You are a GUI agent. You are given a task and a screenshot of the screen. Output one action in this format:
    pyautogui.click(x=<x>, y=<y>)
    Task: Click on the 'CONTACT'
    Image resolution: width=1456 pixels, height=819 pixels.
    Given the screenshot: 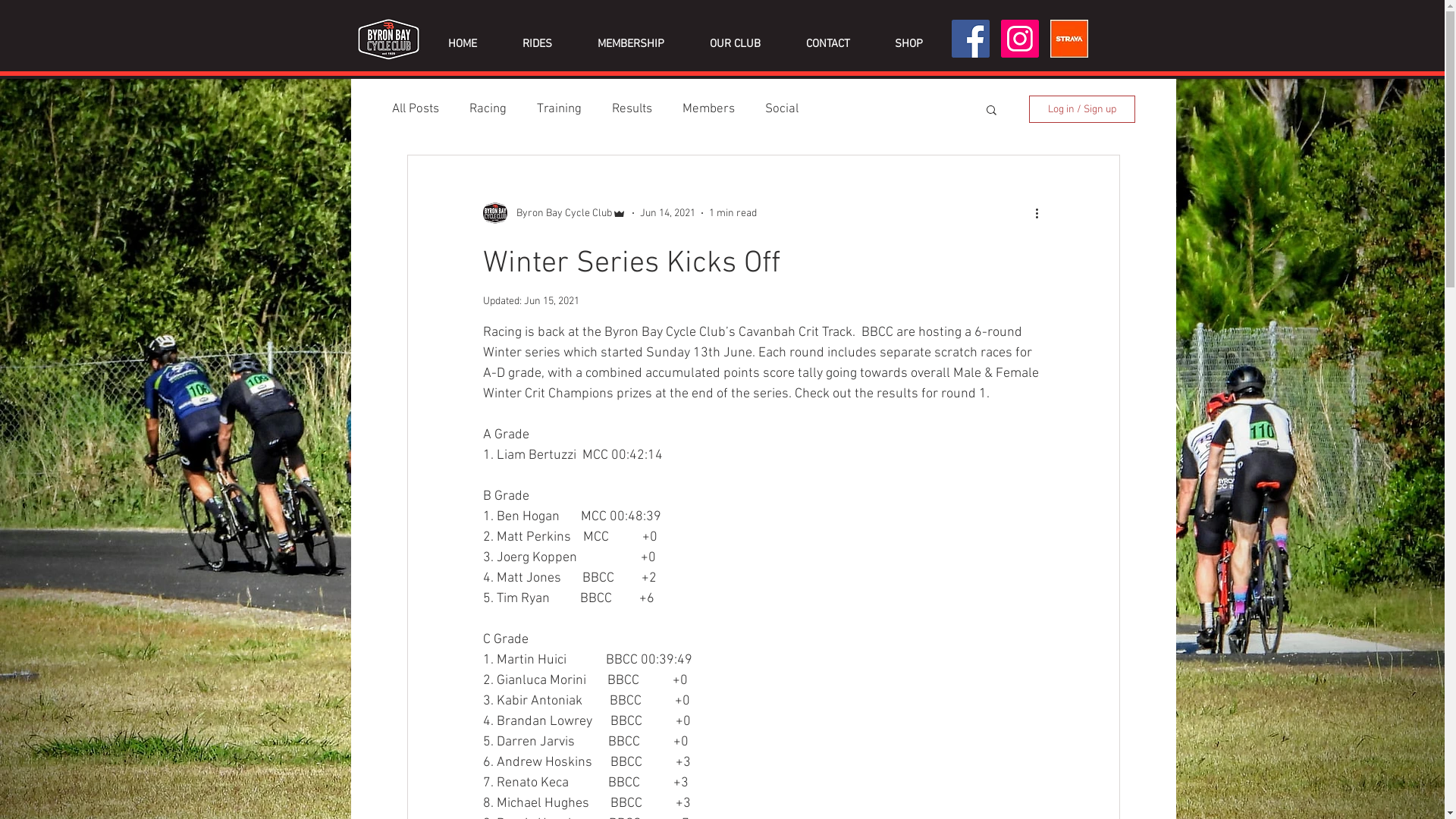 What is the action you would take?
    pyautogui.click(x=826, y=42)
    